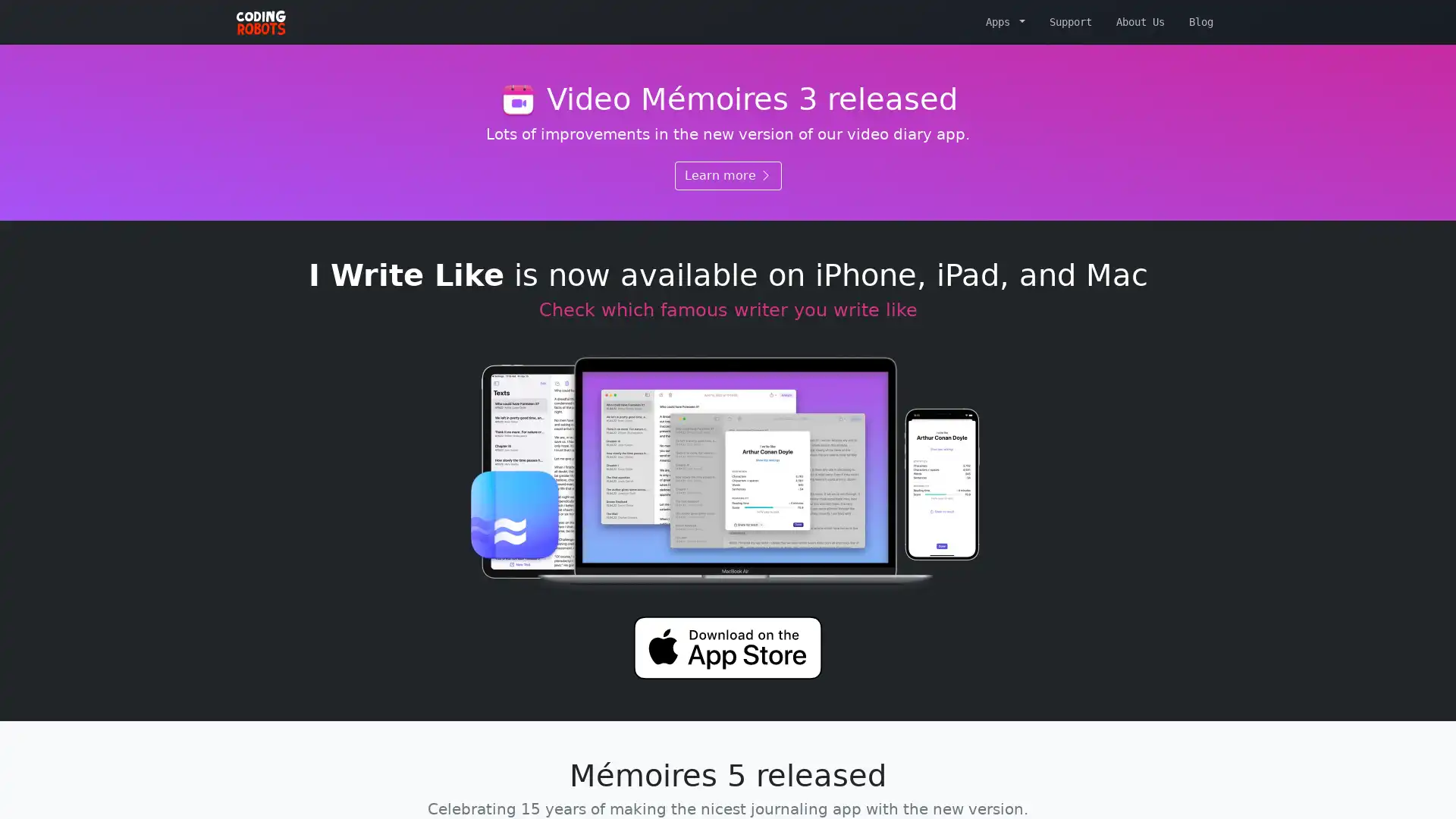 This screenshot has height=819, width=1456. Describe the element at coordinates (1005, 21) in the screenshot. I see `Apps` at that location.